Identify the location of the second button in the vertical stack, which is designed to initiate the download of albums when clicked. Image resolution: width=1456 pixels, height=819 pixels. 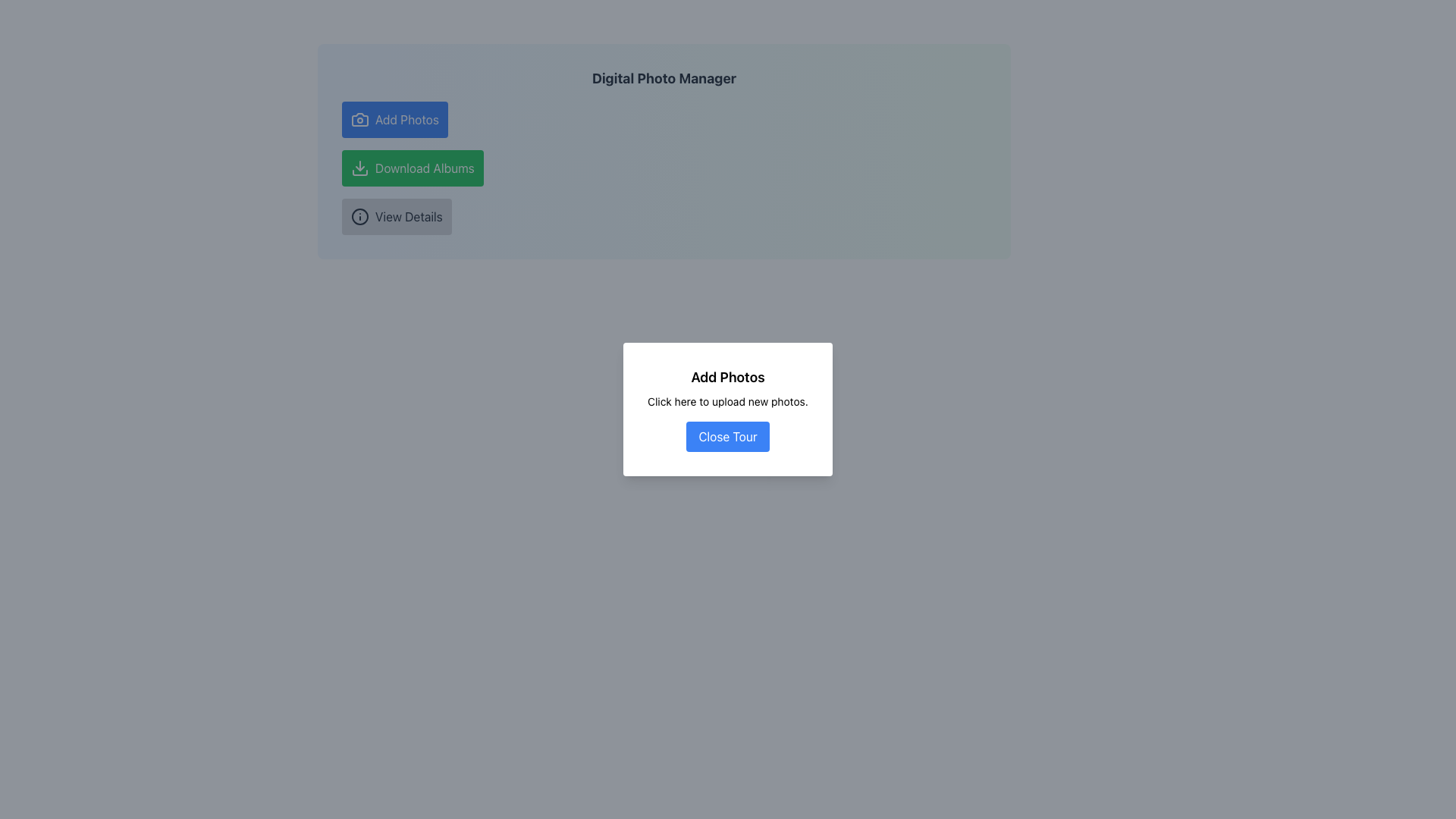
(413, 168).